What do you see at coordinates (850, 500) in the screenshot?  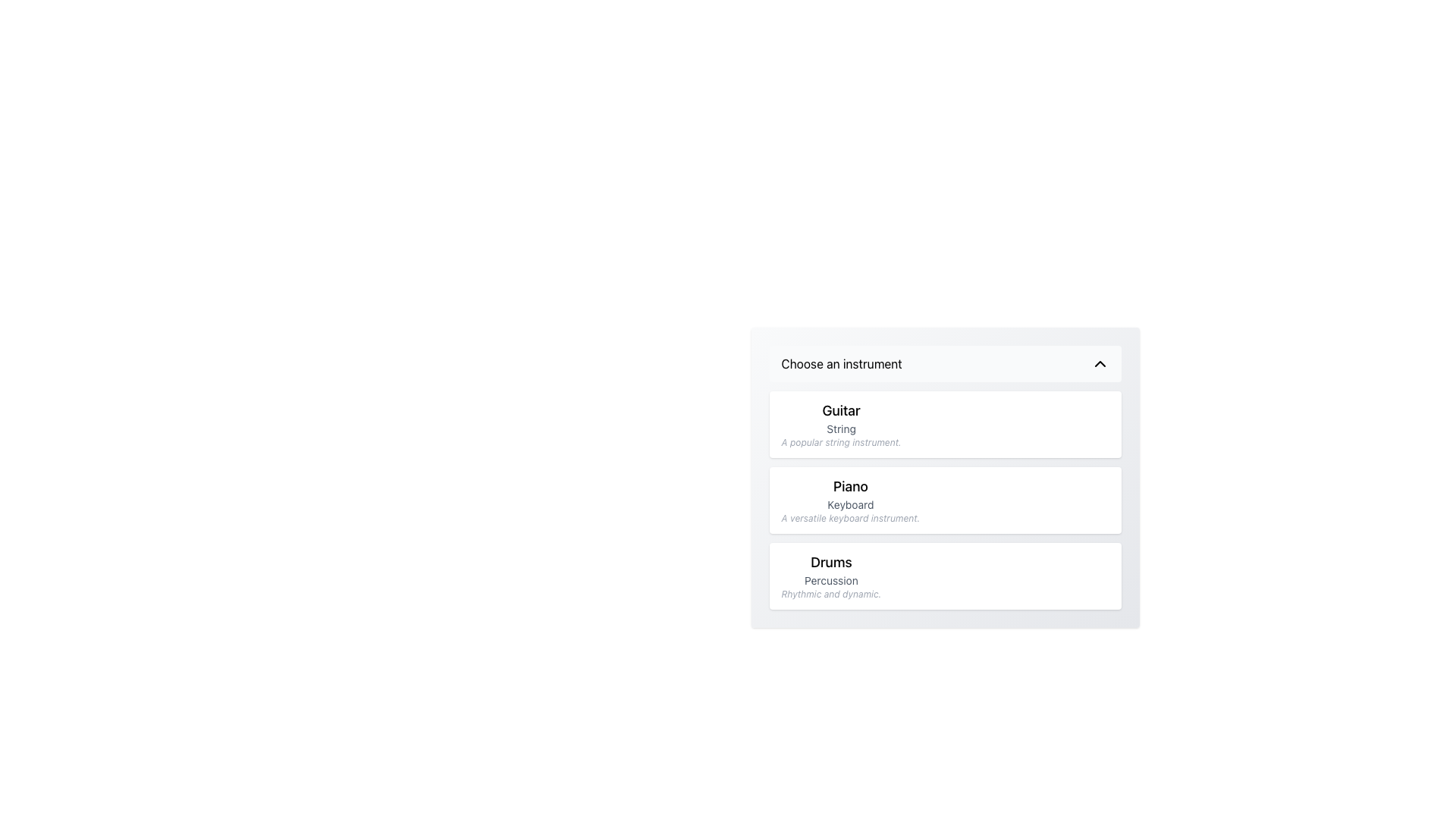 I see `the second list item in the 'Choose an instrument' selection box, which has a bold title 'Piano', a smaller gray text 'Keyboard', and an italicized gray text 'A versatile keyboard instrument'` at bounding box center [850, 500].